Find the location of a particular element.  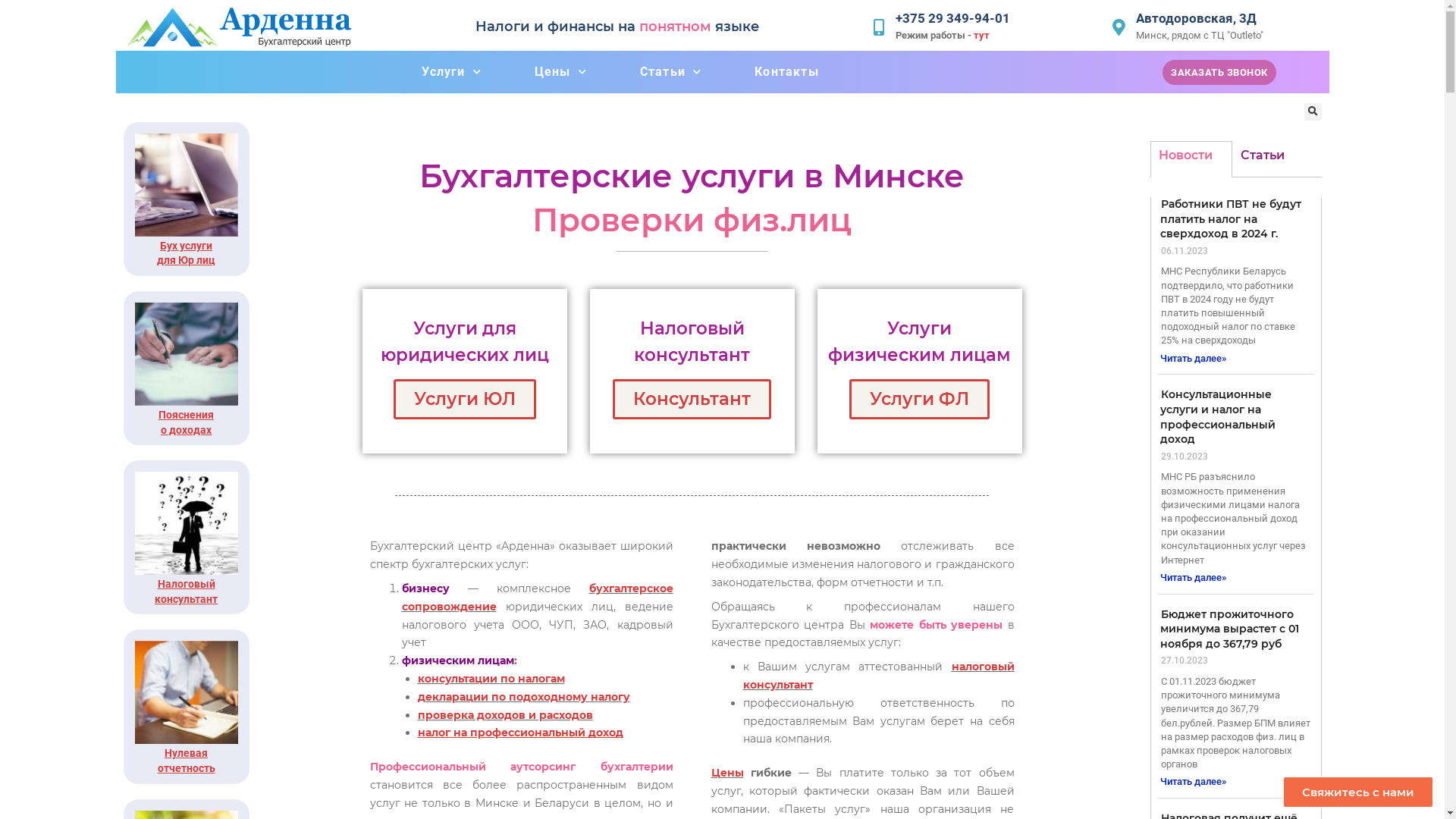

'+375 29 349-94-01' is located at coordinates (952, 17).